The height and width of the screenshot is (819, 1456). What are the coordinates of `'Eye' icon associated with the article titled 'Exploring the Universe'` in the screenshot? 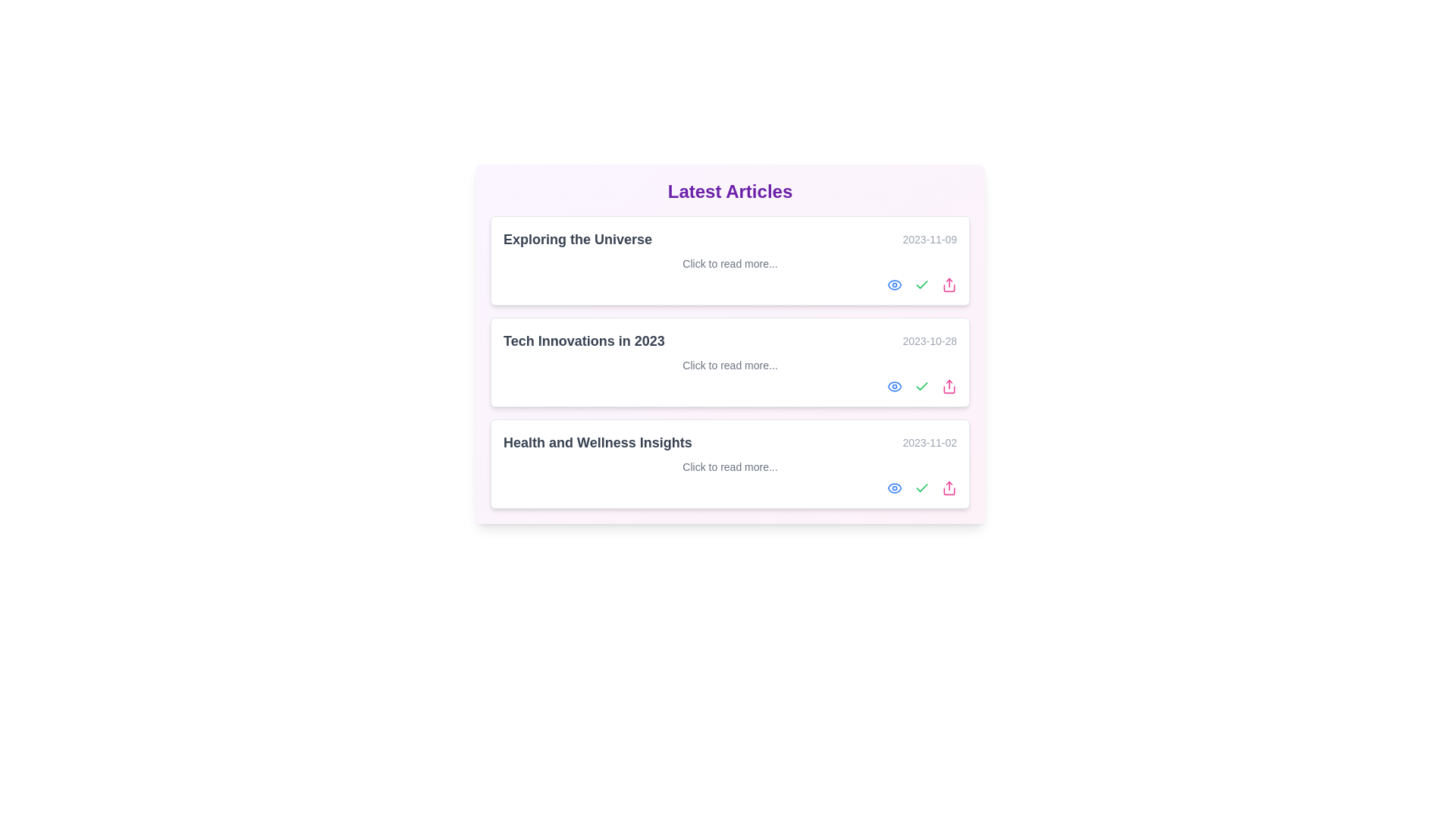 It's located at (895, 284).